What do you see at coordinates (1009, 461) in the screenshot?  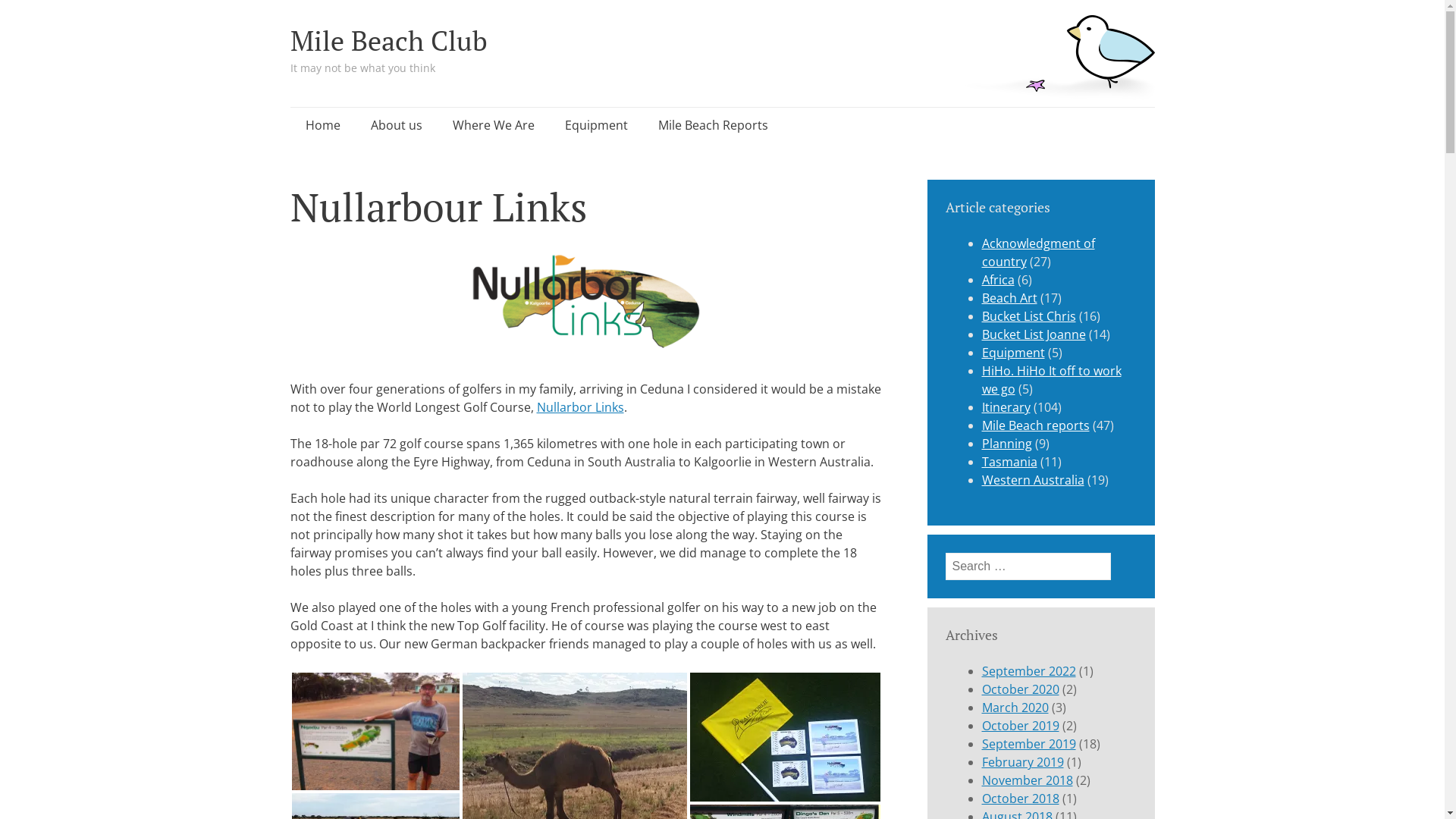 I see `'Tasmania'` at bounding box center [1009, 461].